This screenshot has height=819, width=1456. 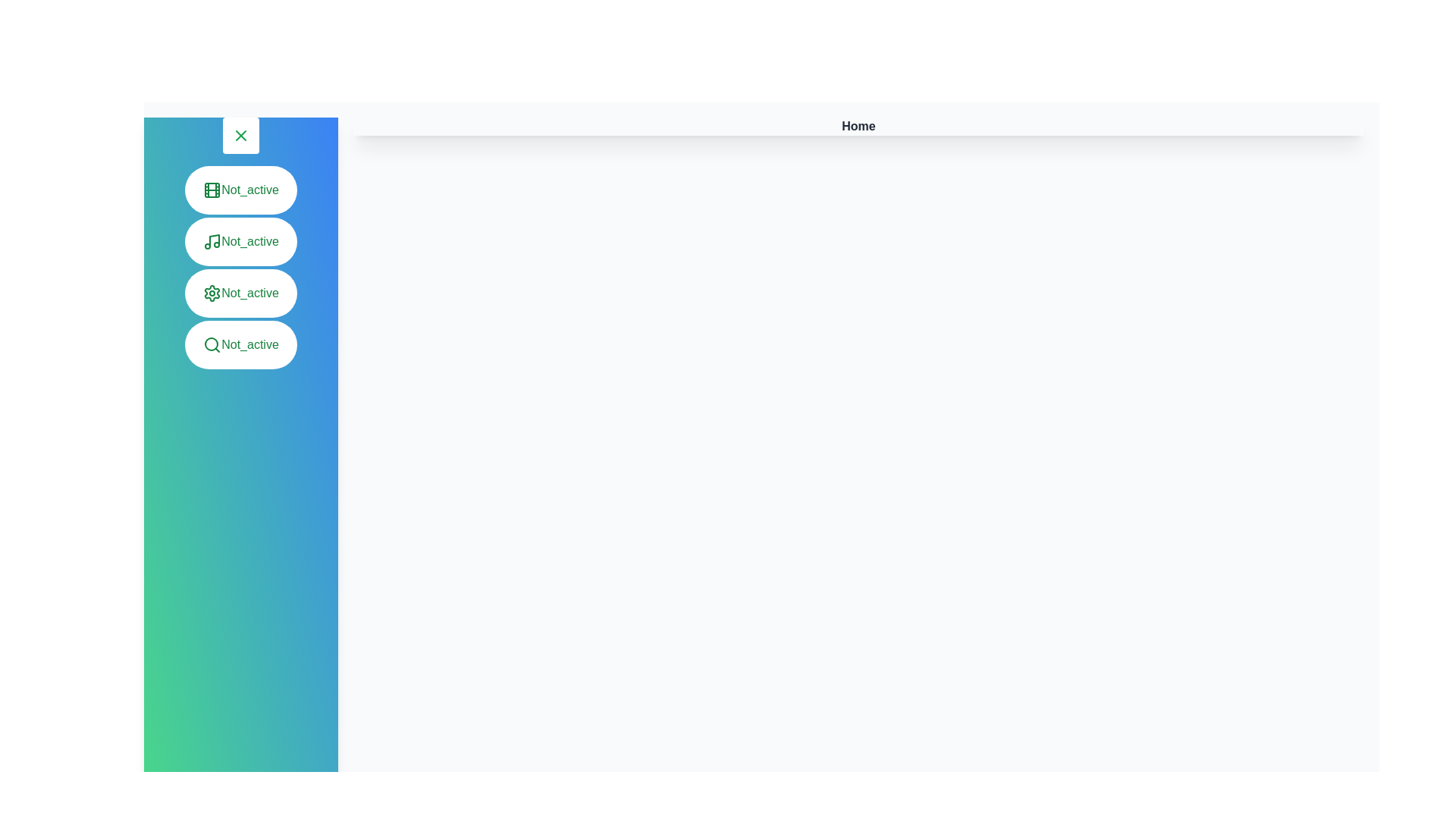 What do you see at coordinates (240, 241) in the screenshot?
I see `the menu item to activate the Music panel` at bounding box center [240, 241].